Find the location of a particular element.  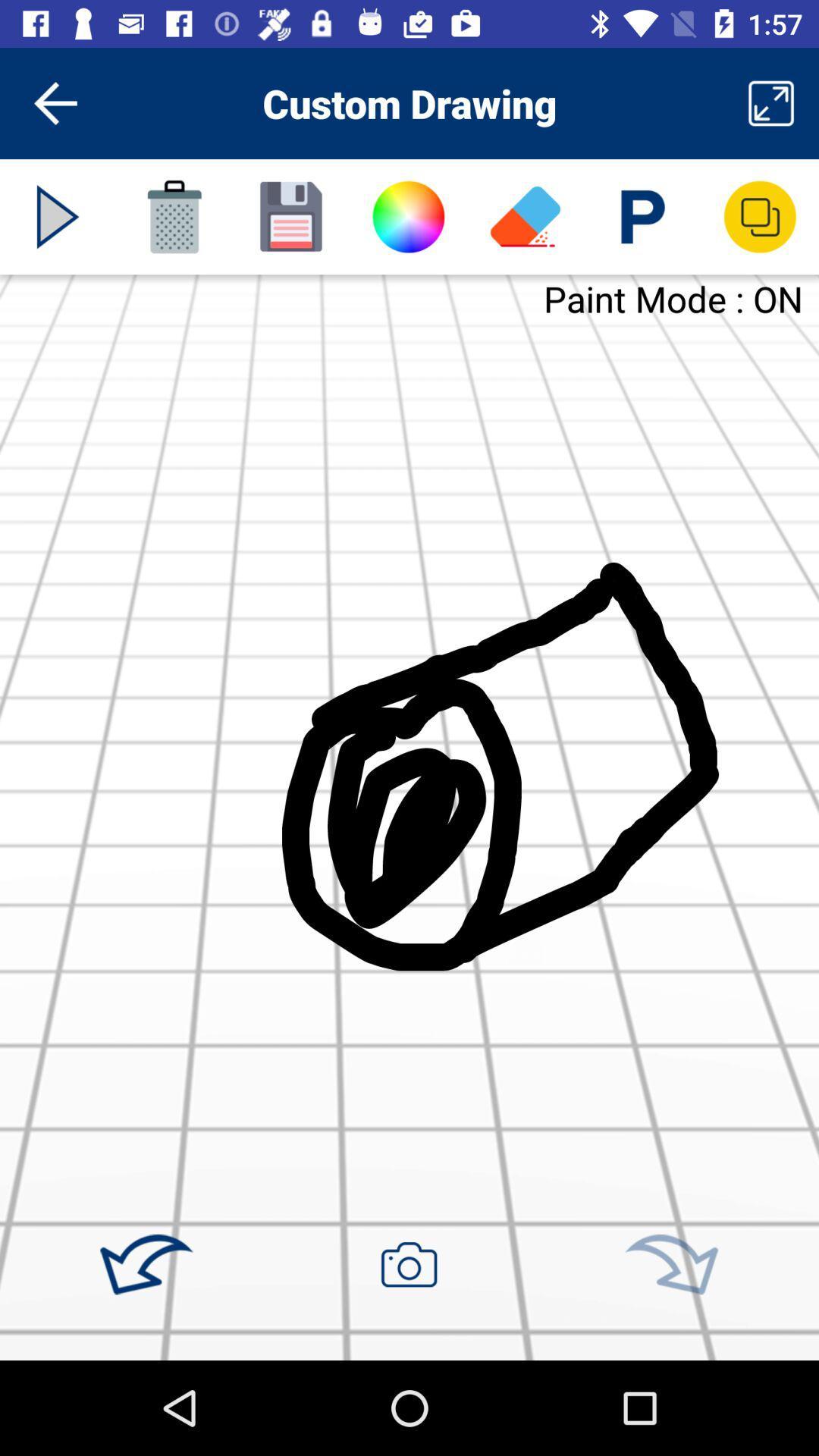

delete is located at coordinates (174, 216).